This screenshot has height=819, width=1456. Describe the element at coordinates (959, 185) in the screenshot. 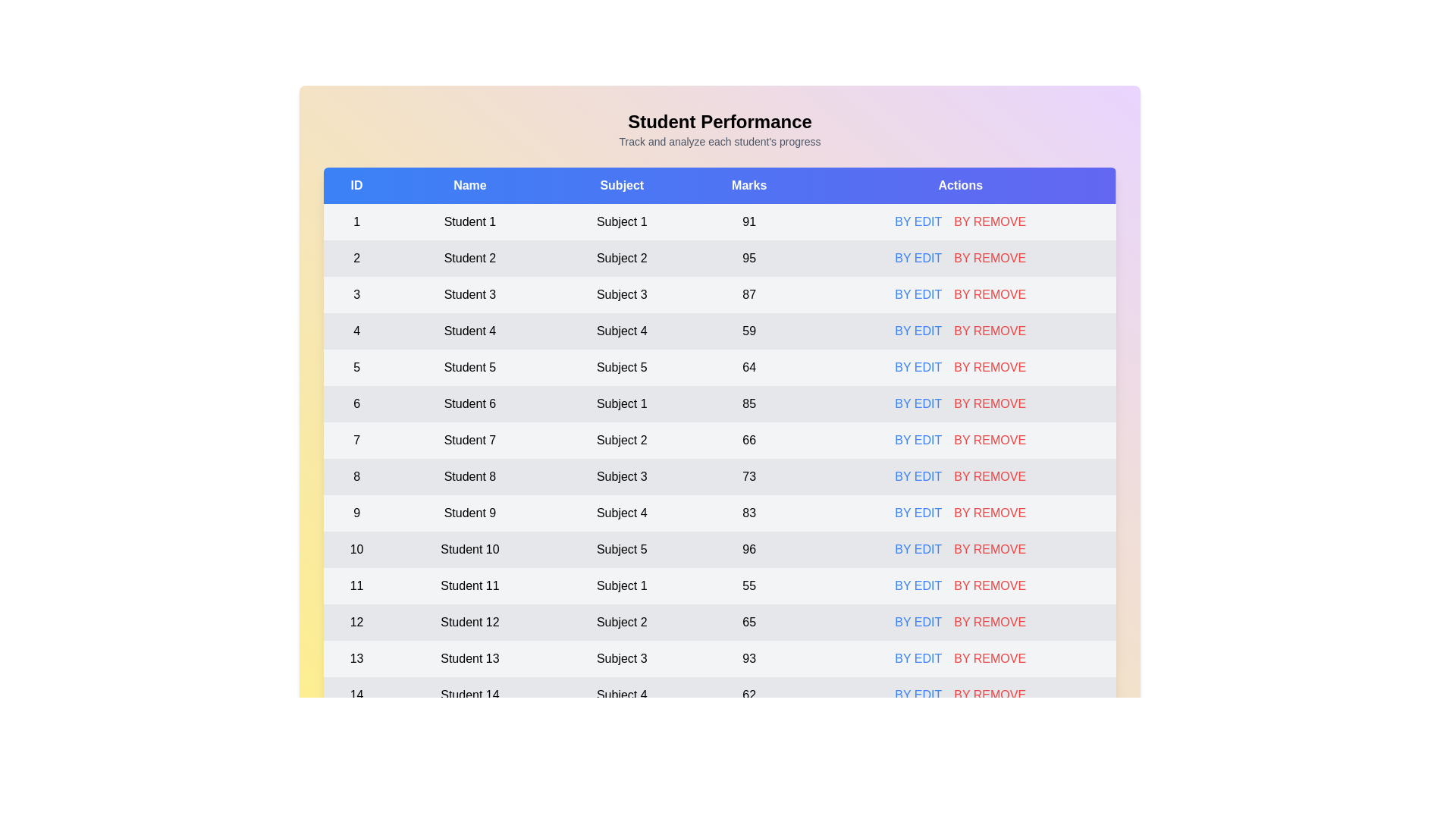

I see `the table header to sort by Actions` at that location.